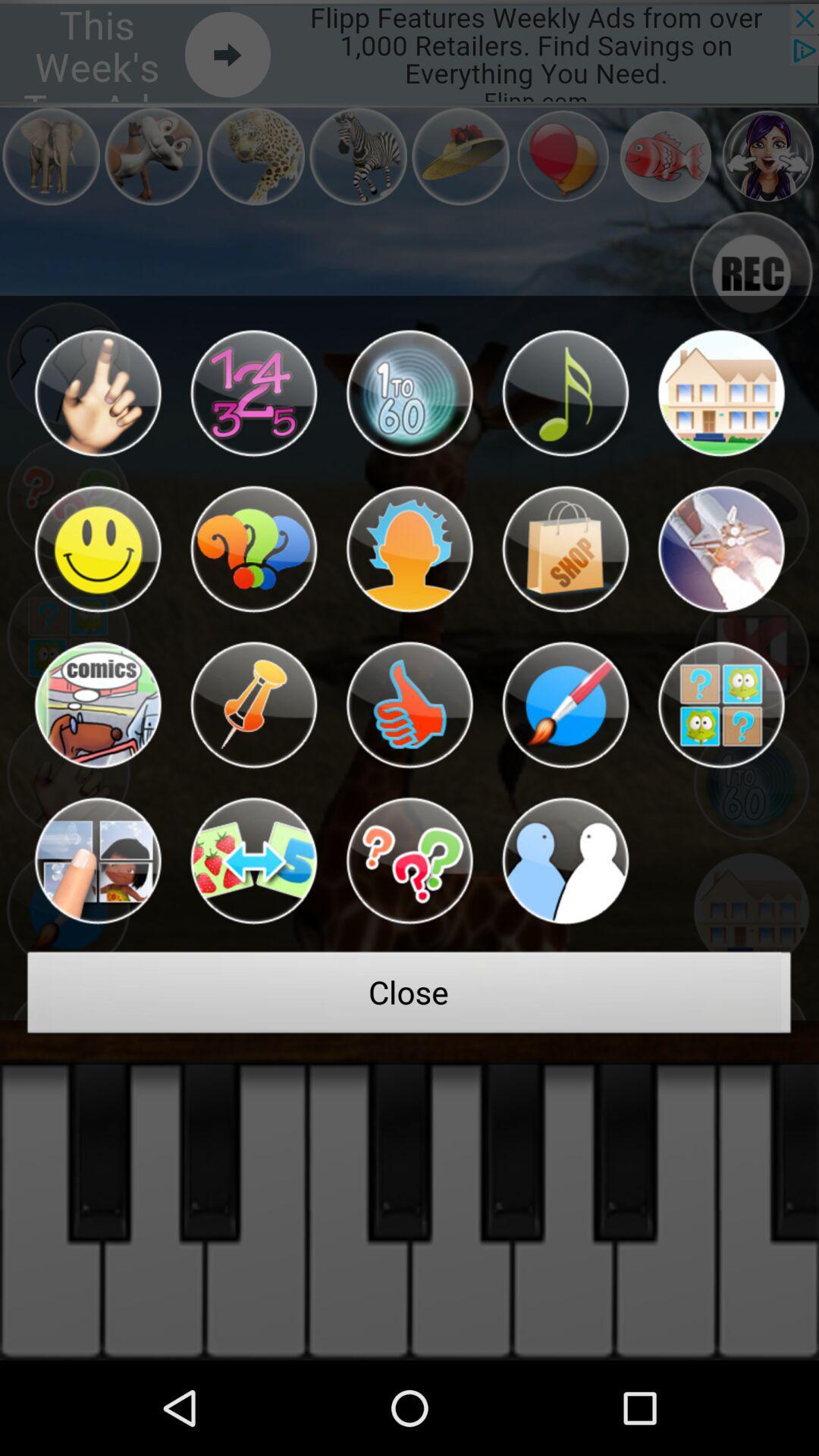 The width and height of the screenshot is (819, 1456). I want to click on the item above close, so click(565, 861).